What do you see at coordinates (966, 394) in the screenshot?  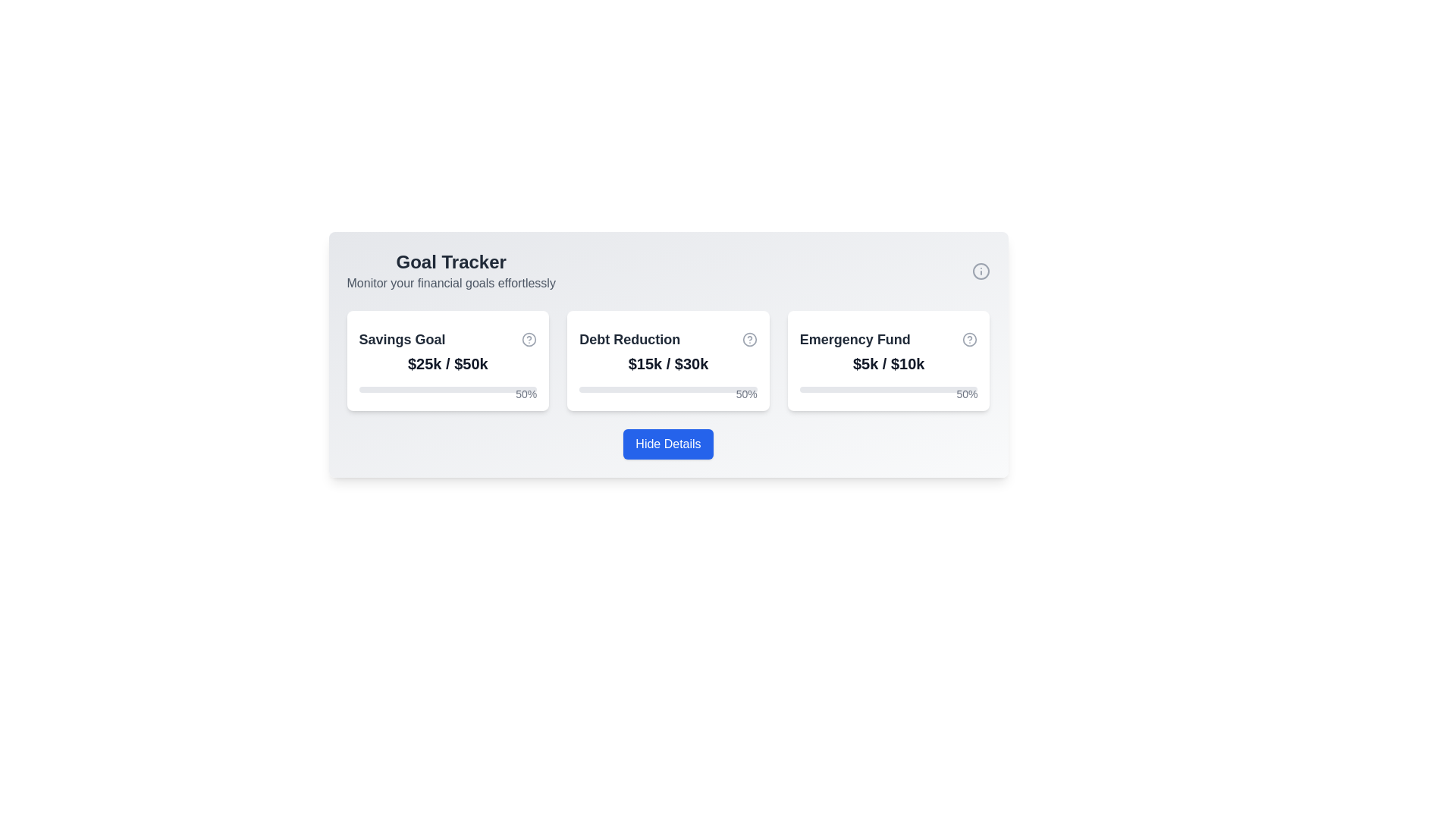 I see `the textual percentage indicator reading '50%' that is styled in small gray text and positioned at the top-right corner of the 'Emergency Fund' progress bar` at bounding box center [966, 394].